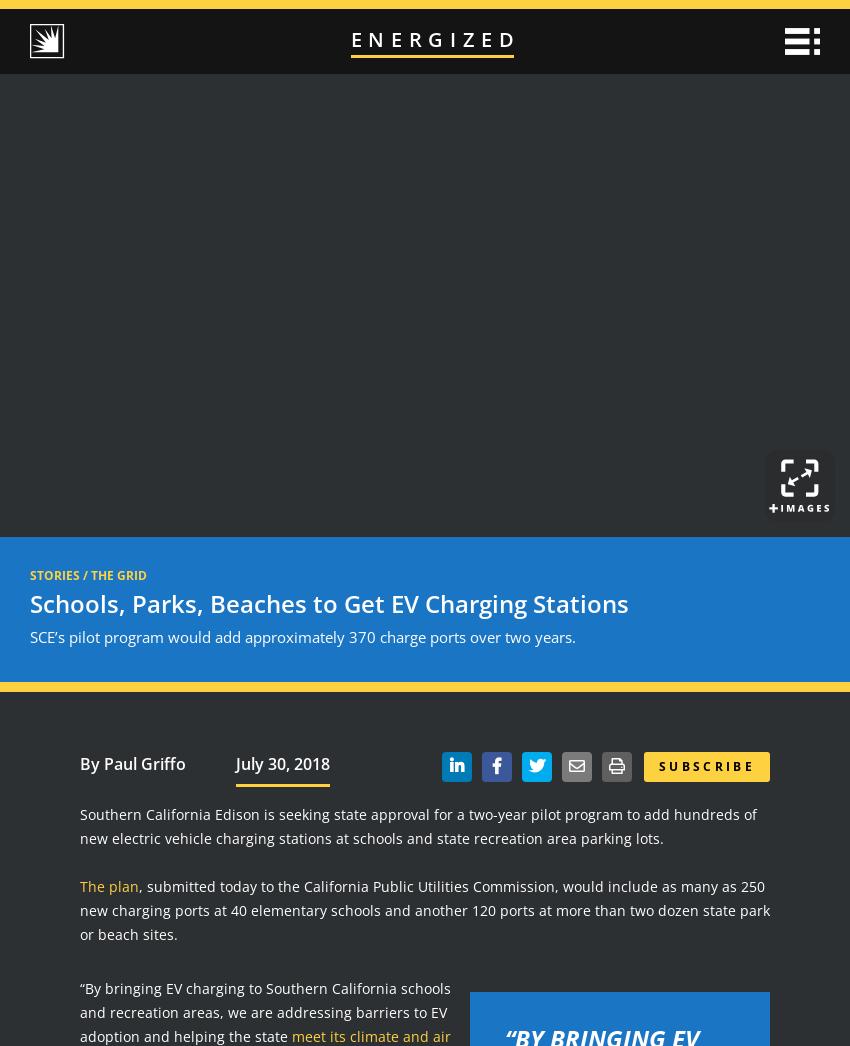 The image size is (850, 1046). Describe the element at coordinates (29, 603) in the screenshot. I see `'Schools, Parks, Beaches to Get EV Charging Stations'` at that location.